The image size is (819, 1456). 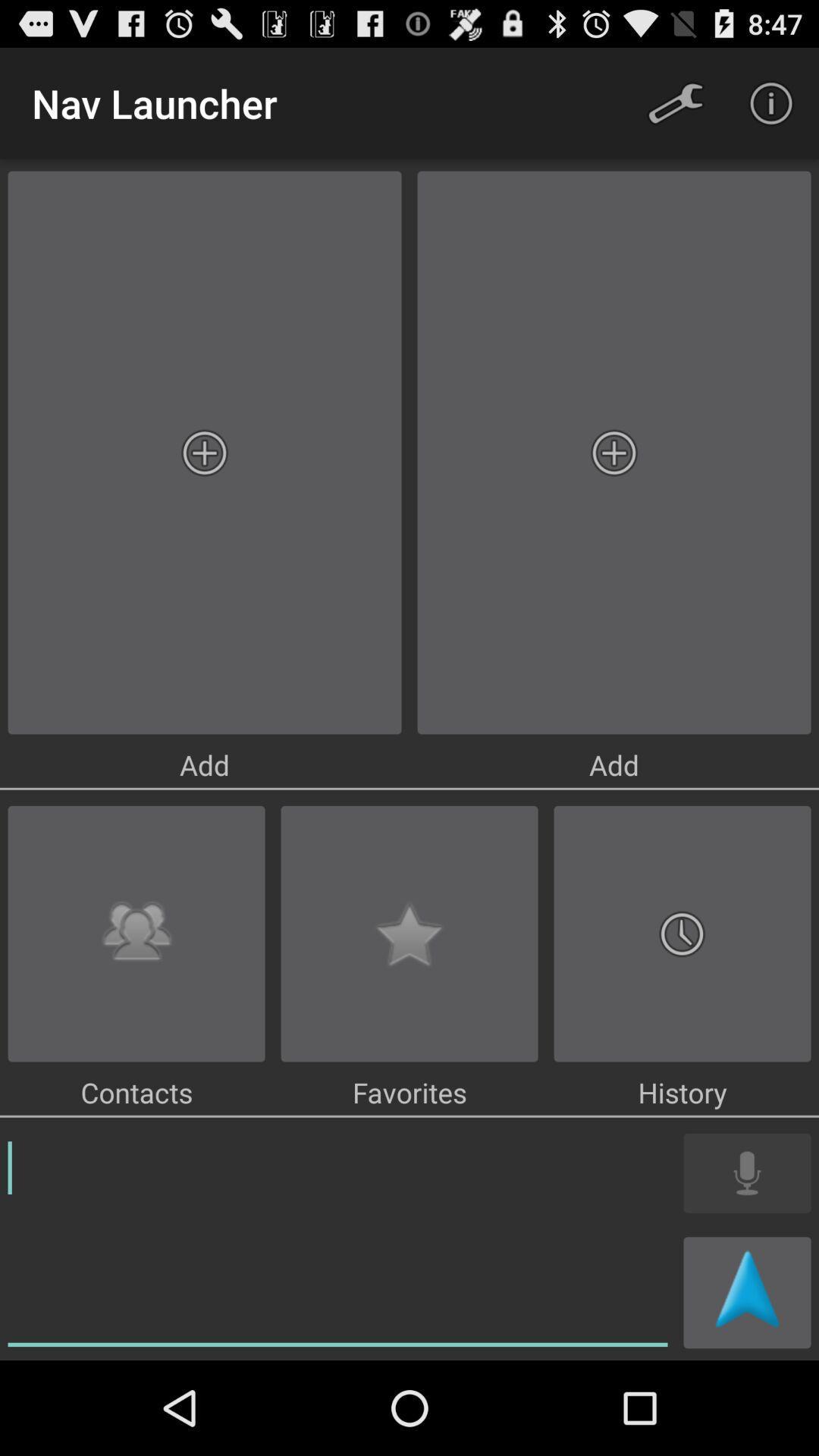 What do you see at coordinates (337, 1241) in the screenshot?
I see `a note` at bounding box center [337, 1241].